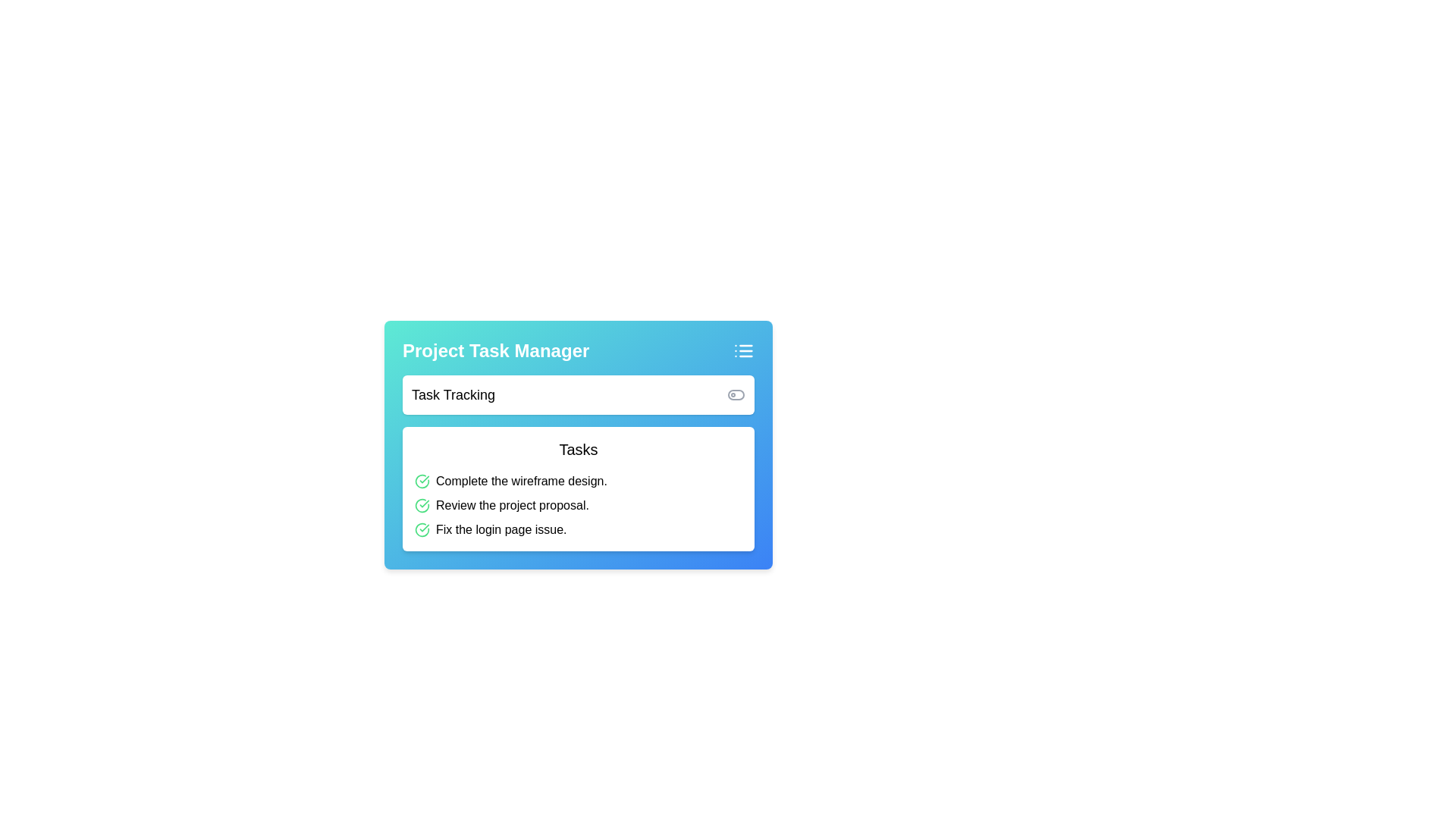  What do you see at coordinates (422, 482) in the screenshot?
I see `the circular green icon with a checkmark inside, located to the left of the text 'Complete the wireframe design.' in the 'Tasks' section` at bounding box center [422, 482].